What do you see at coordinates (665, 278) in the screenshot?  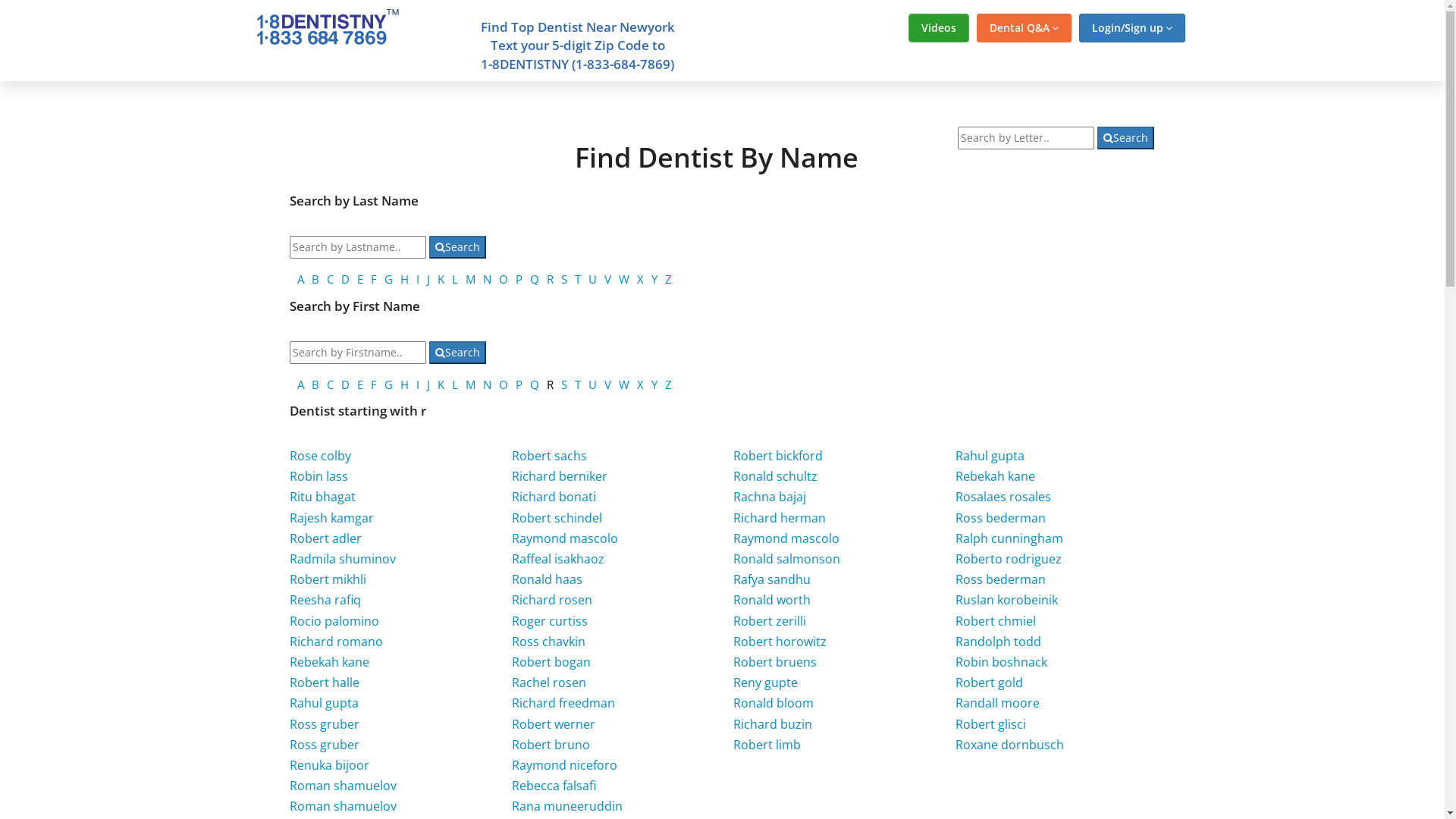 I see `'Z'` at bounding box center [665, 278].